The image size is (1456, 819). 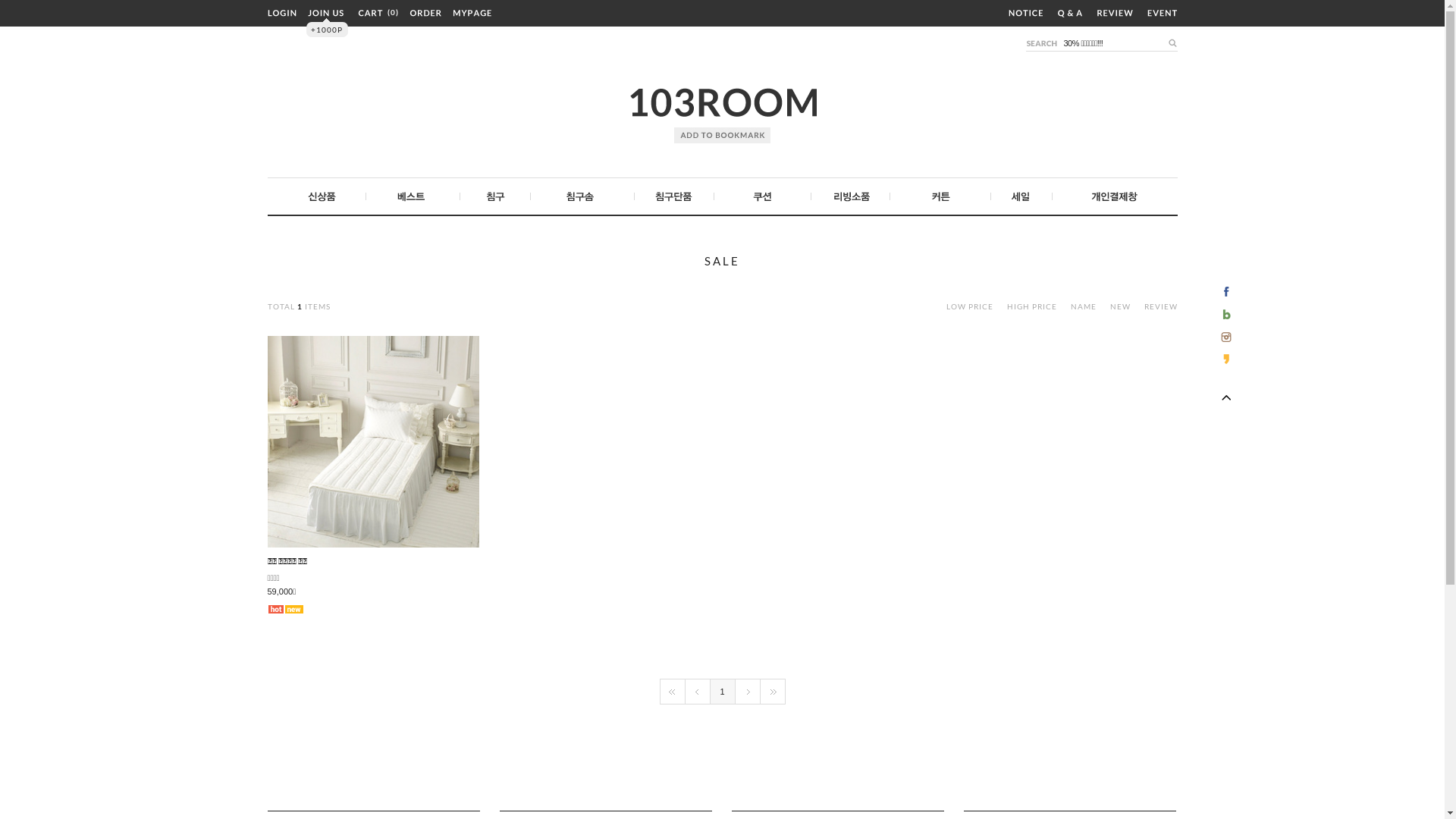 I want to click on '1', so click(x=720, y=691).